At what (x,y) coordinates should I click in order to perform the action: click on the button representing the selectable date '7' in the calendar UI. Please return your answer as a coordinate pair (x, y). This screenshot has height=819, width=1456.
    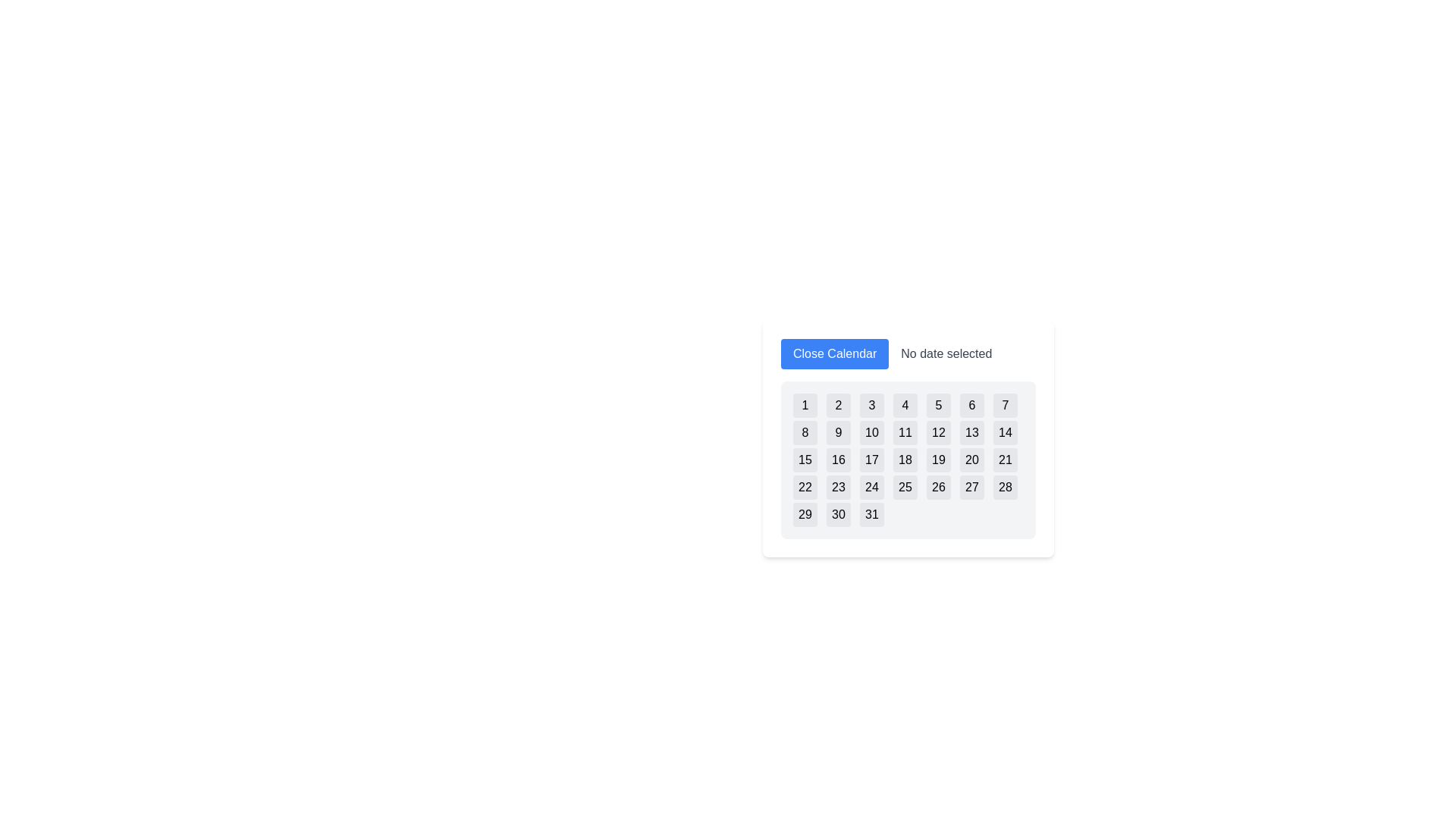
    Looking at the image, I should click on (1005, 405).